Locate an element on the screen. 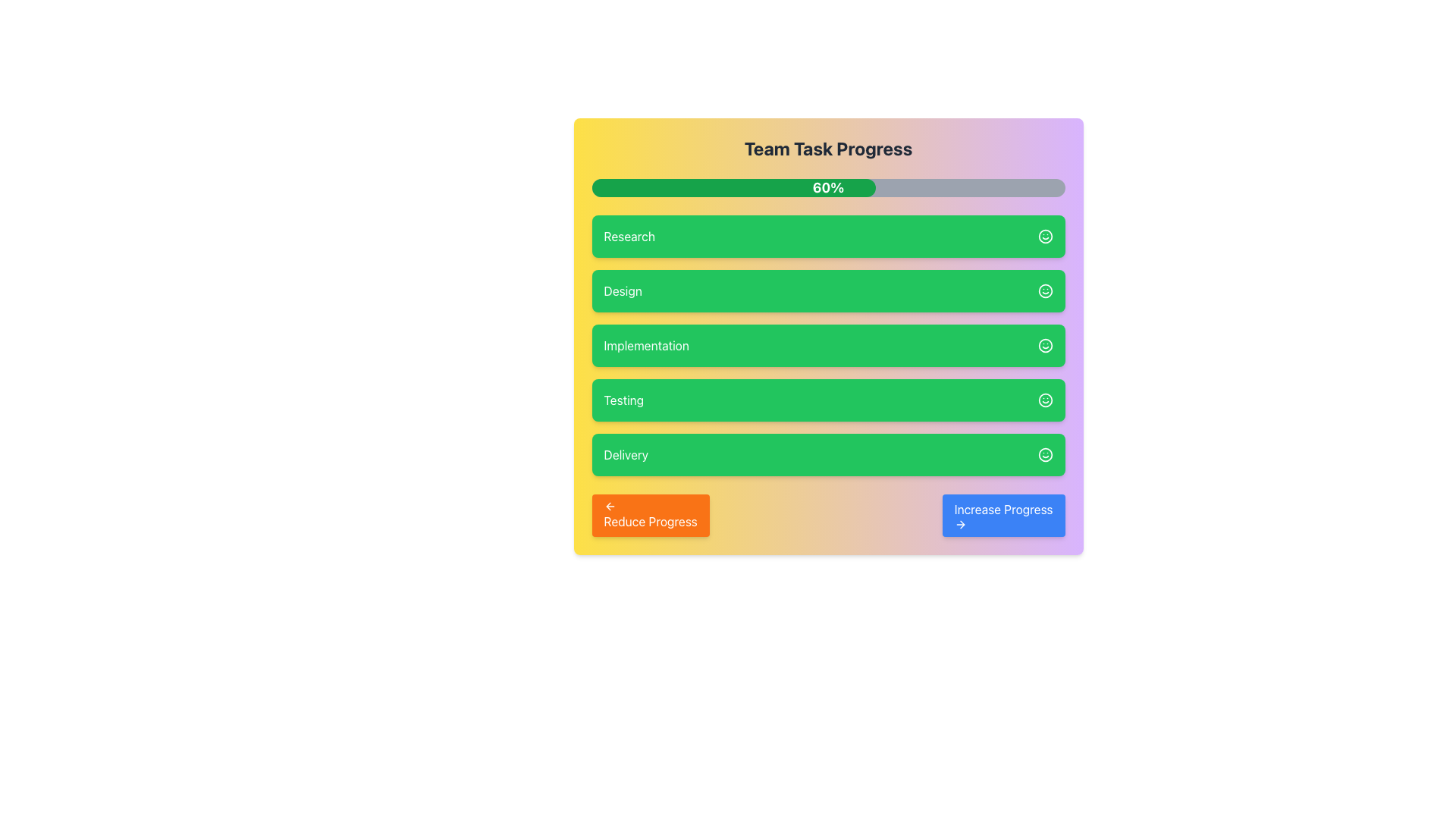 This screenshot has height=819, width=1456. the SVG Circle that represents the smiley face icon adjacent to the 'Design' list item, which is located on the green background of the 'Design' task entry is located at coordinates (1044, 237).